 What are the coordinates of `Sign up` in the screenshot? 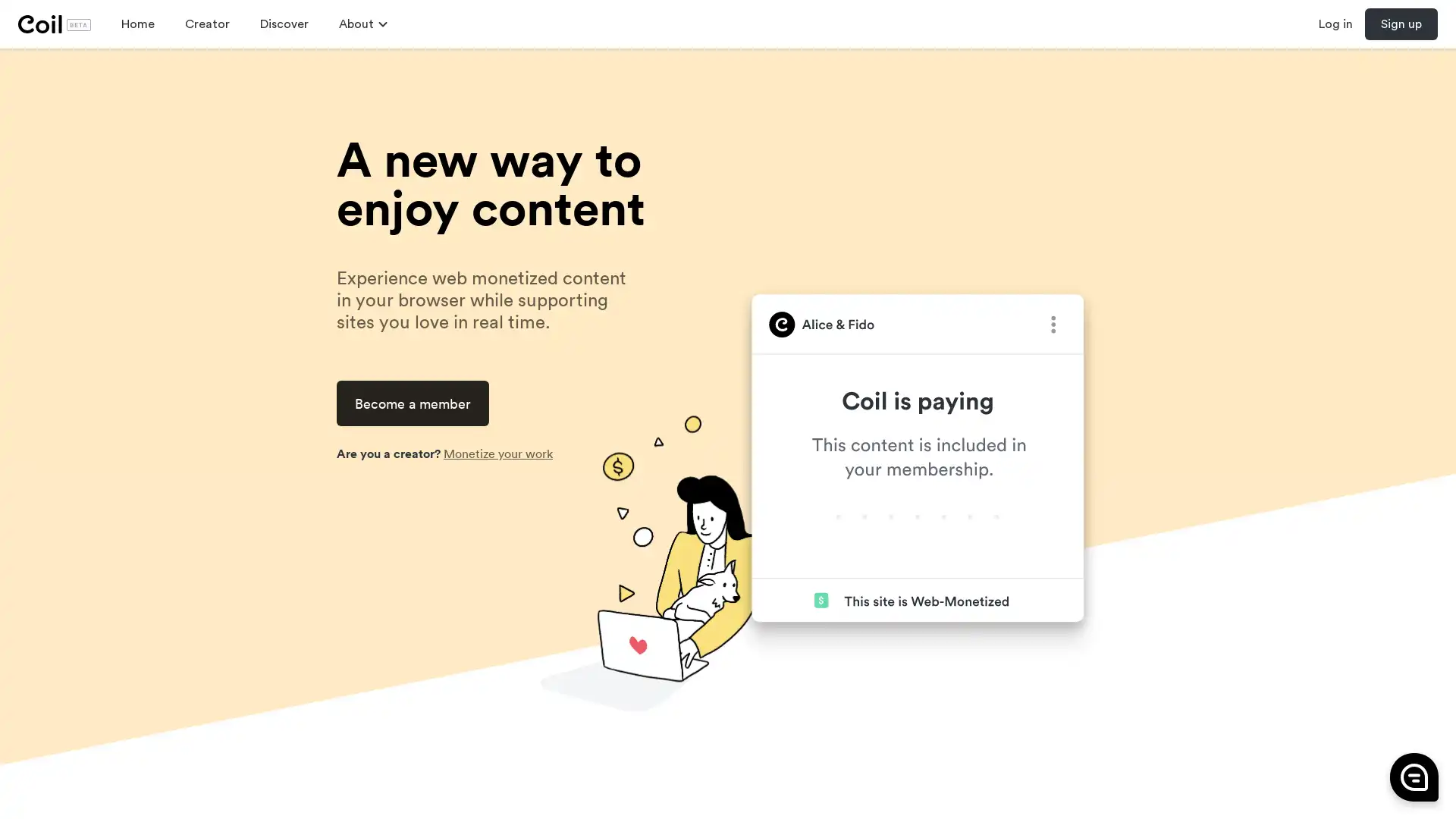 It's located at (1401, 24).